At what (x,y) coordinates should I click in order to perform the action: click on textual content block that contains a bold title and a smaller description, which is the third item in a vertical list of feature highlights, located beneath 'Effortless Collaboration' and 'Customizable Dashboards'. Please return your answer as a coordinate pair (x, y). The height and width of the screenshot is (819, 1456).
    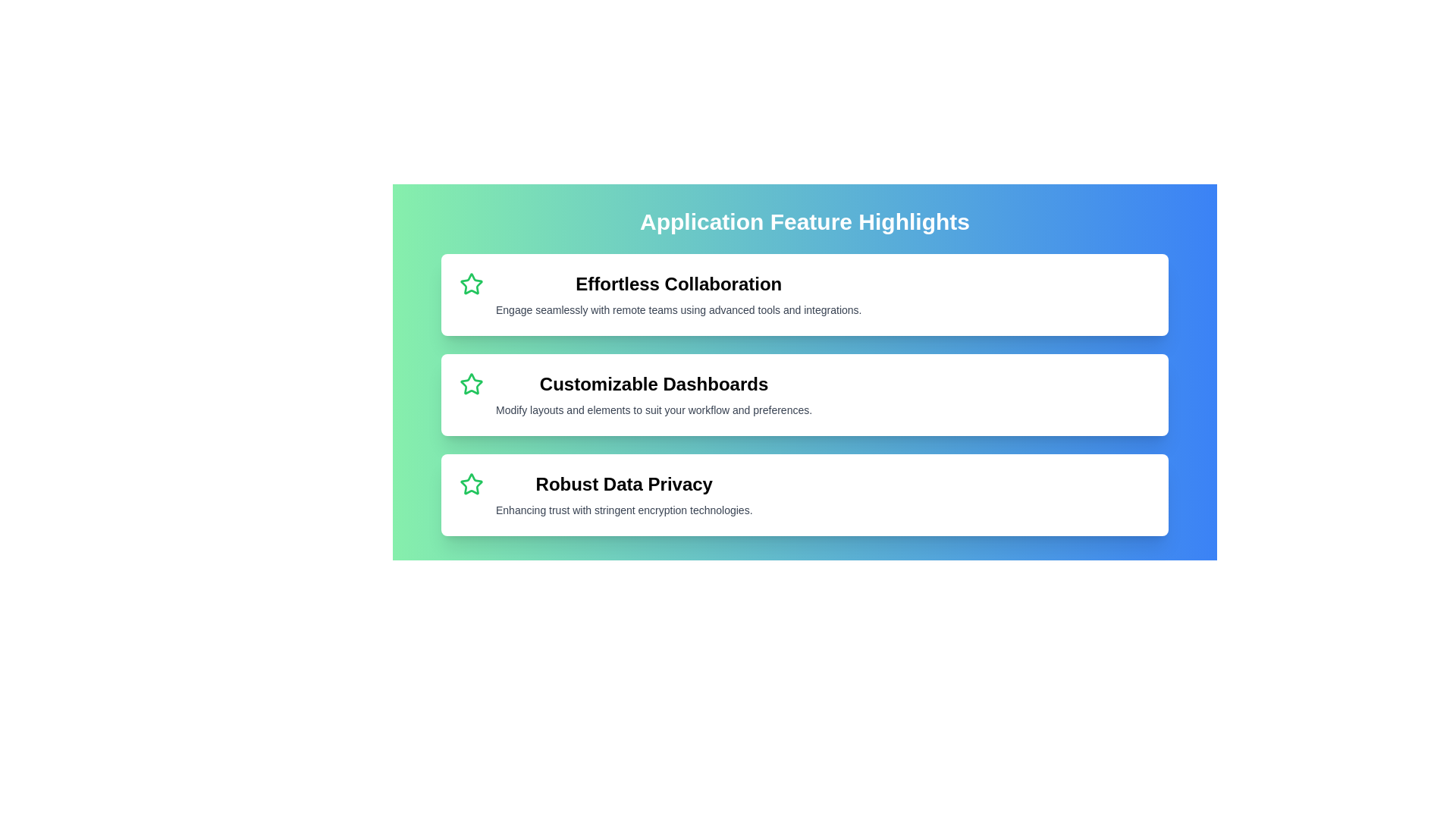
    Looking at the image, I should click on (624, 494).